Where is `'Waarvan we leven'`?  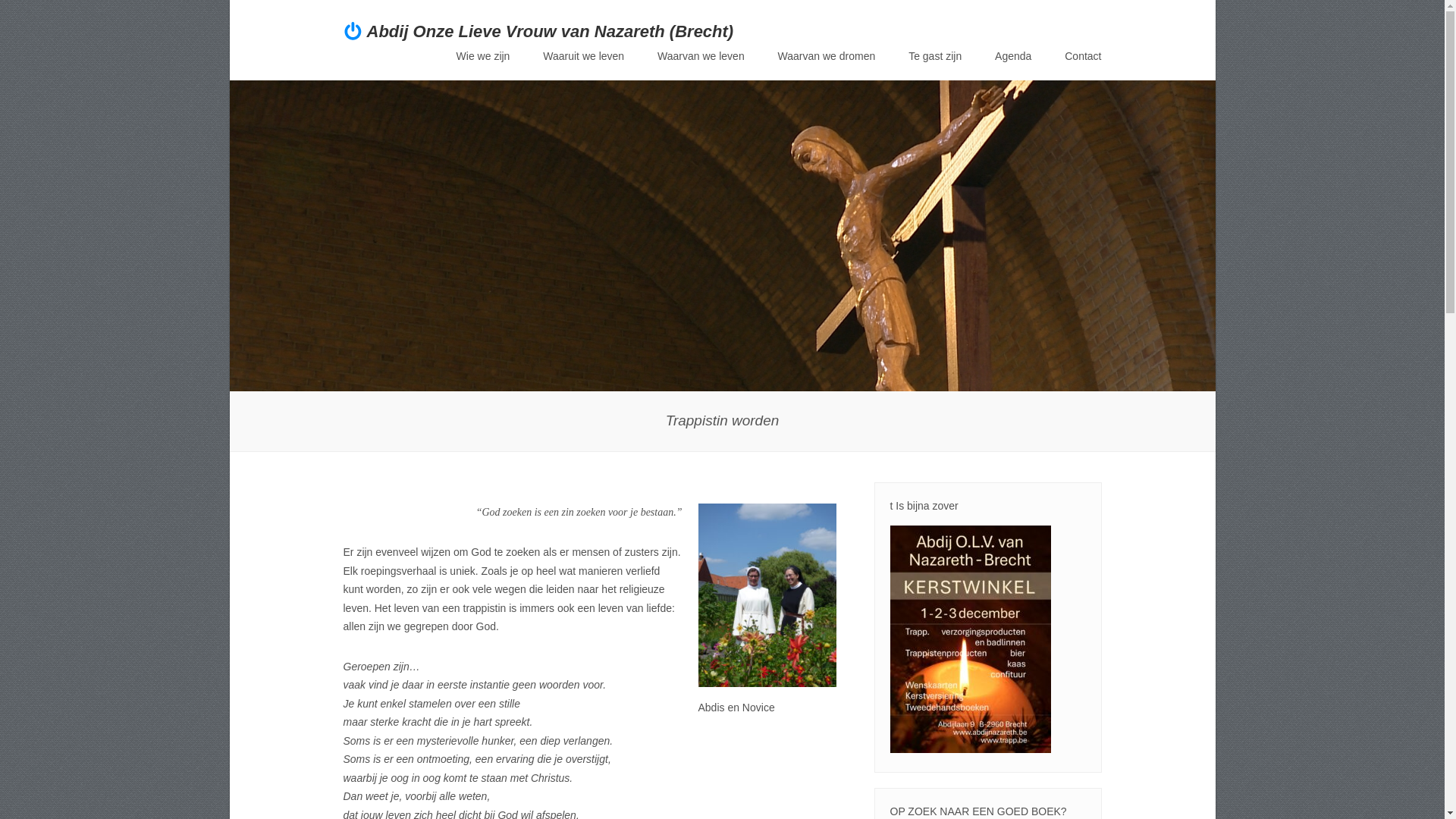 'Waarvan we leven' is located at coordinates (700, 55).